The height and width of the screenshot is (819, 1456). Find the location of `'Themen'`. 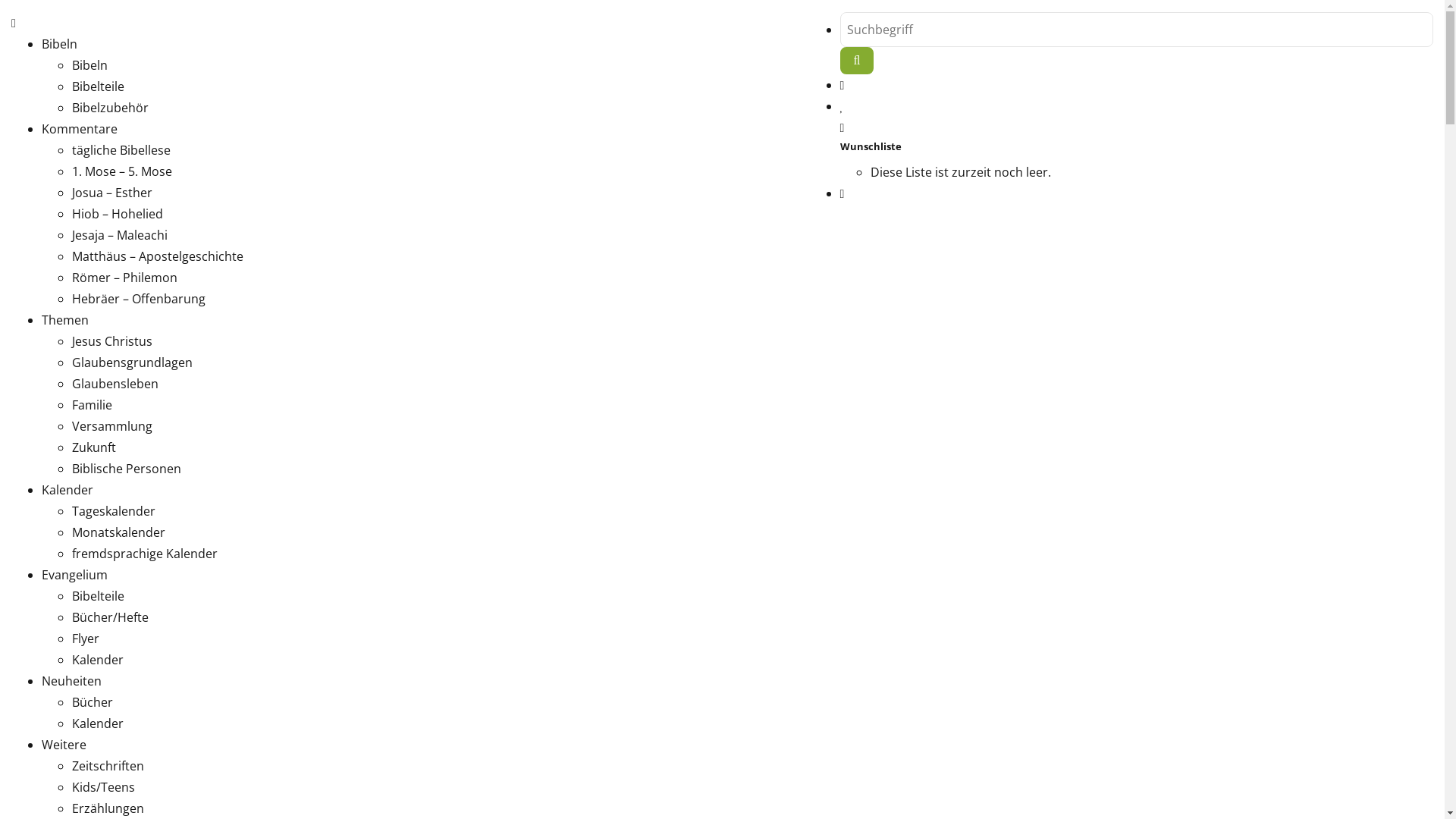

'Themen' is located at coordinates (64, 318).